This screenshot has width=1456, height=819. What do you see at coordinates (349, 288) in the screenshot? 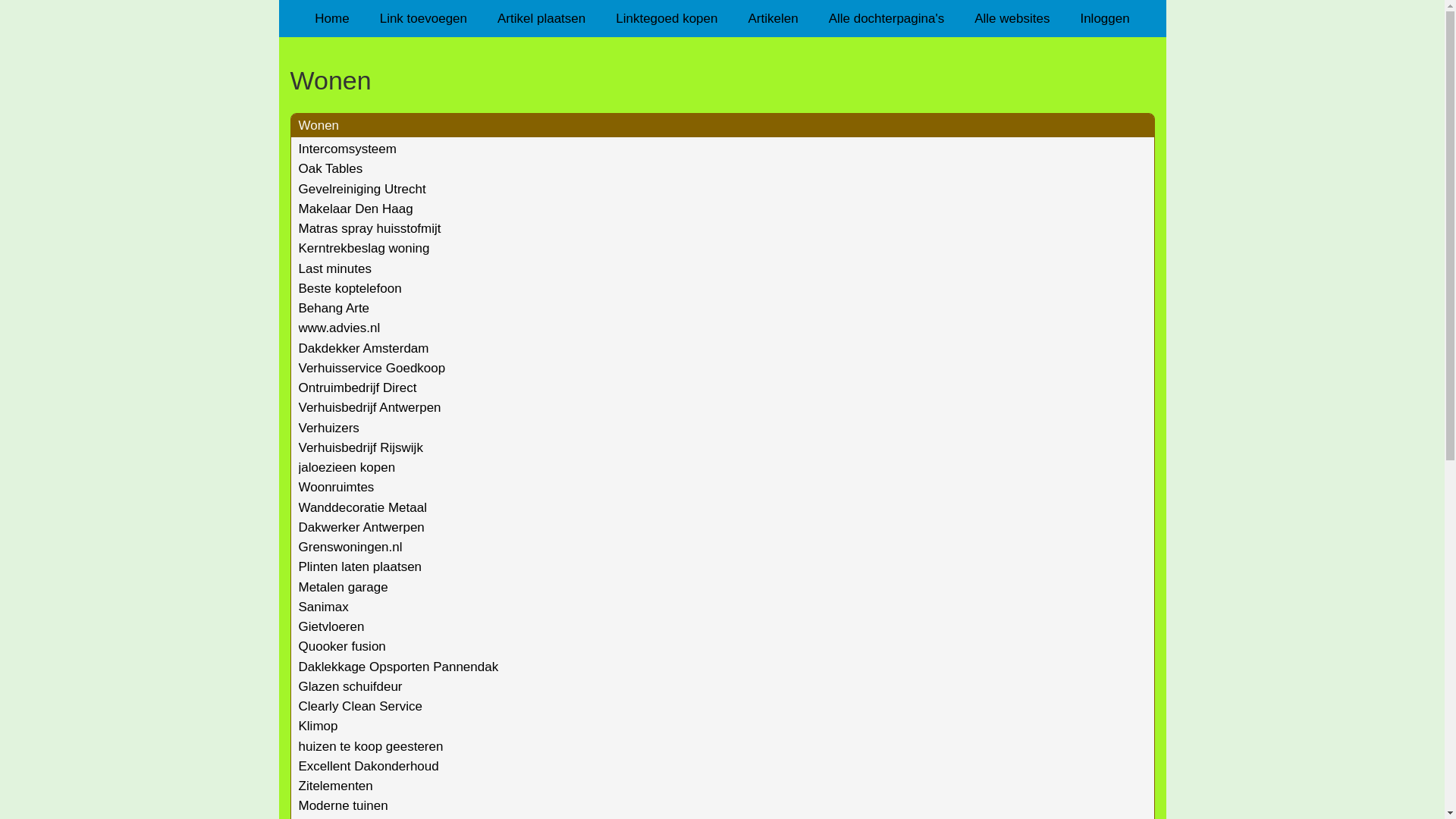
I see `'Beste koptelefoon'` at bounding box center [349, 288].